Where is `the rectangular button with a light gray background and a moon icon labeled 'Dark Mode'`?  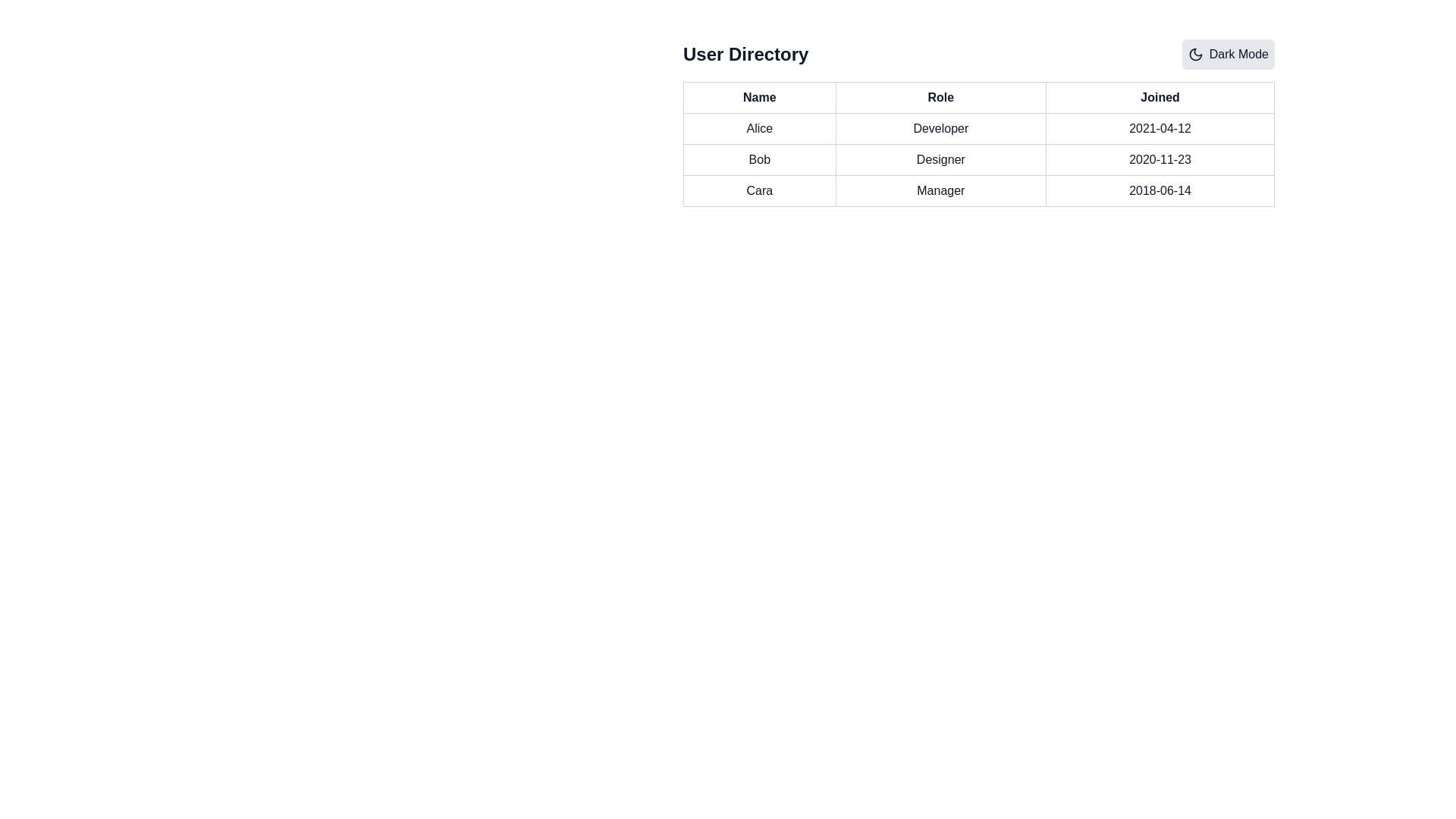 the rectangular button with a light gray background and a moon icon labeled 'Dark Mode' is located at coordinates (1228, 54).